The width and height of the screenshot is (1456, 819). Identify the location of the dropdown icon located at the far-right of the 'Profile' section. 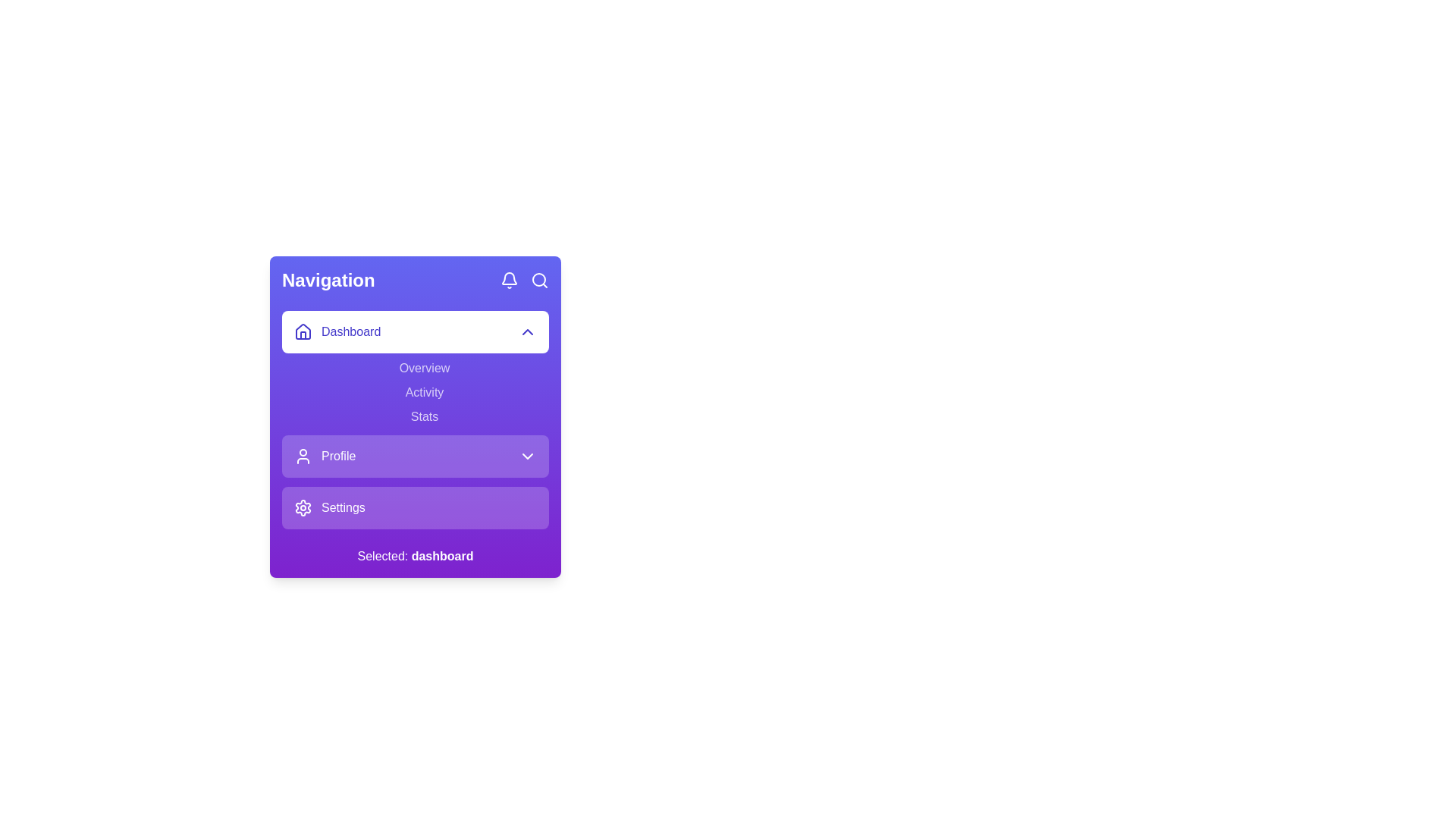
(528, 455).